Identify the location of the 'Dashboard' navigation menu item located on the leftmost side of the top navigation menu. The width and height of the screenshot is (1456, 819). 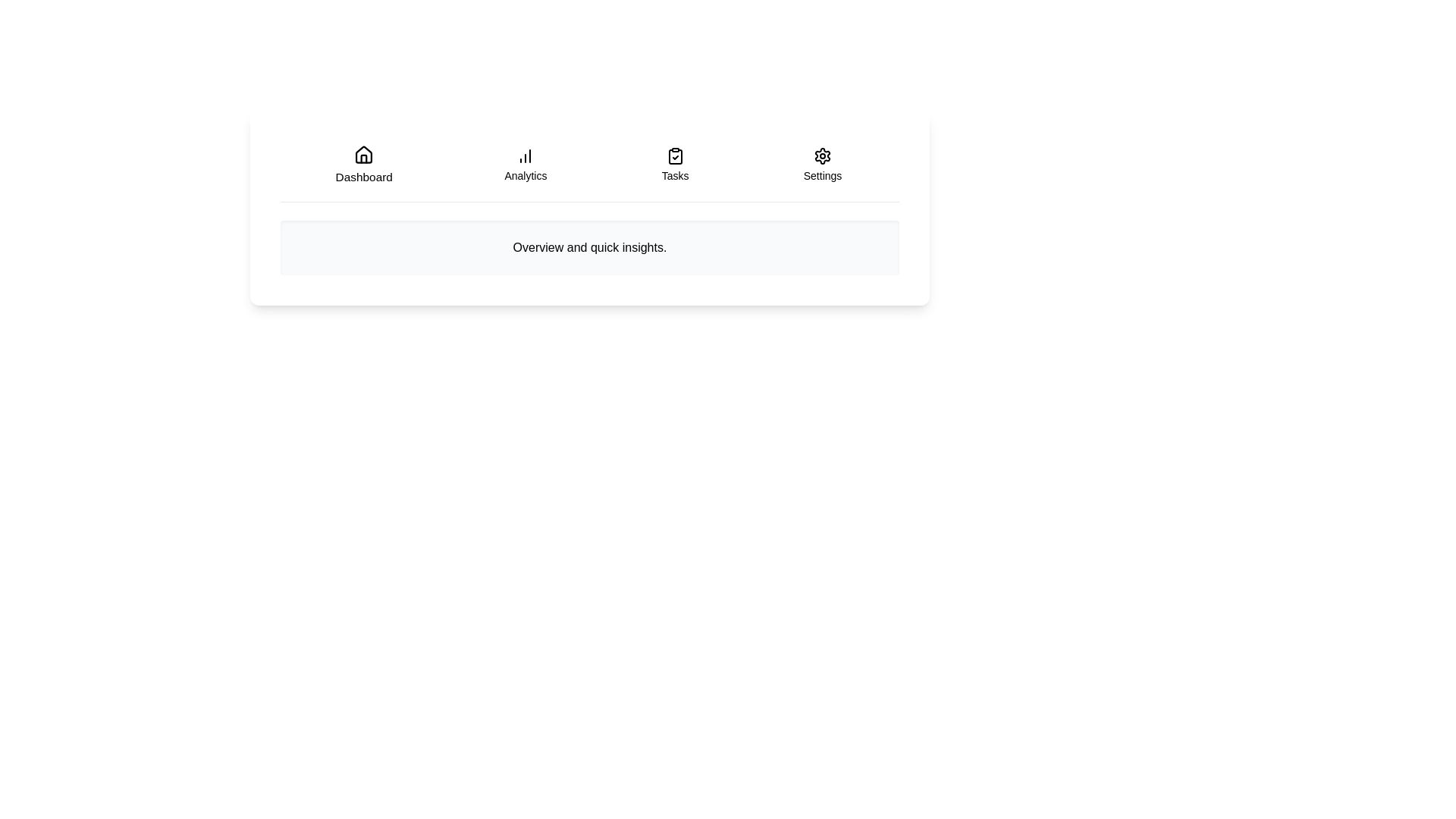
(362, 165).